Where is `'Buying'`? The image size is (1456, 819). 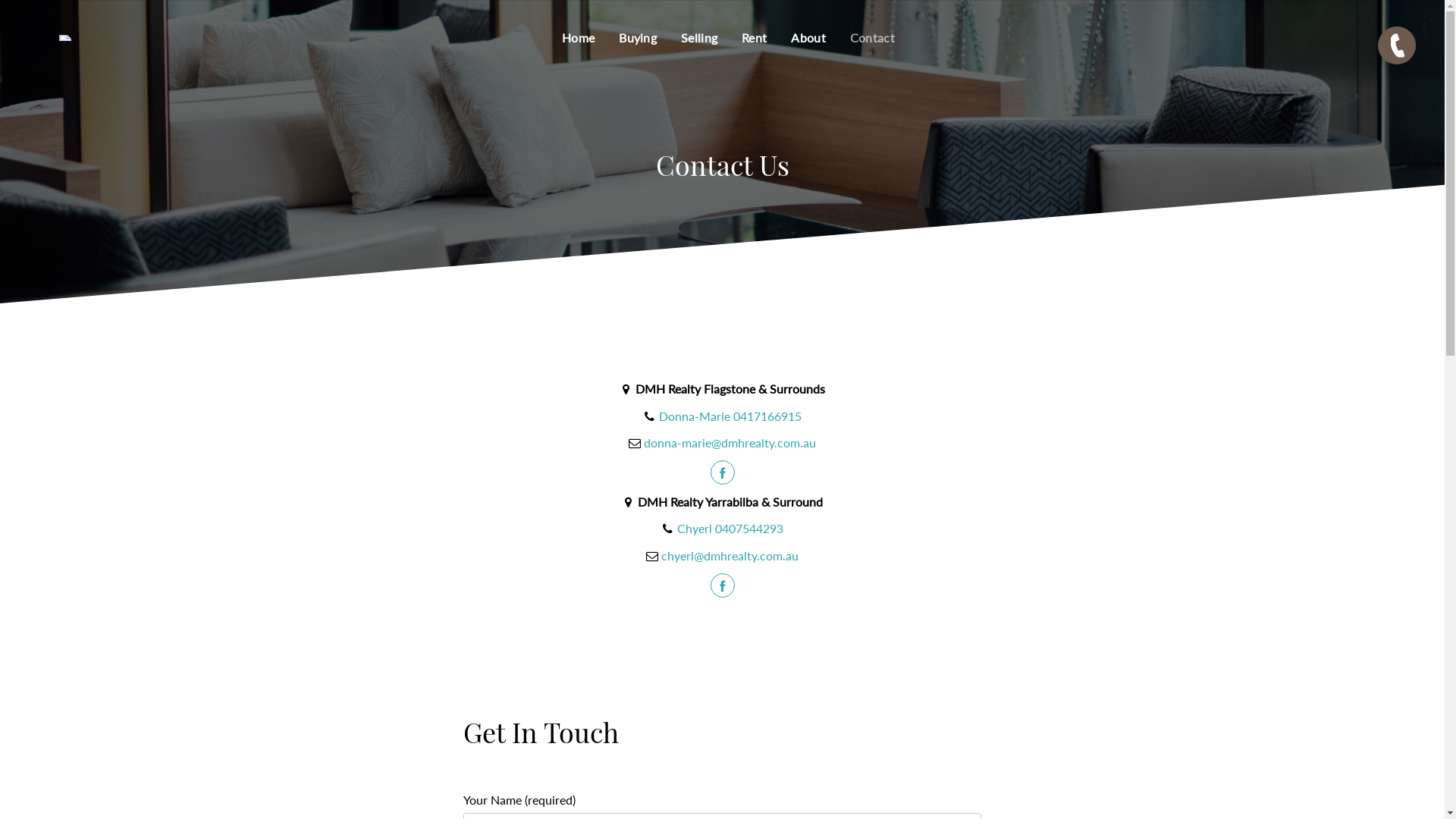 'Buying' is located at coordinates (637, 37).